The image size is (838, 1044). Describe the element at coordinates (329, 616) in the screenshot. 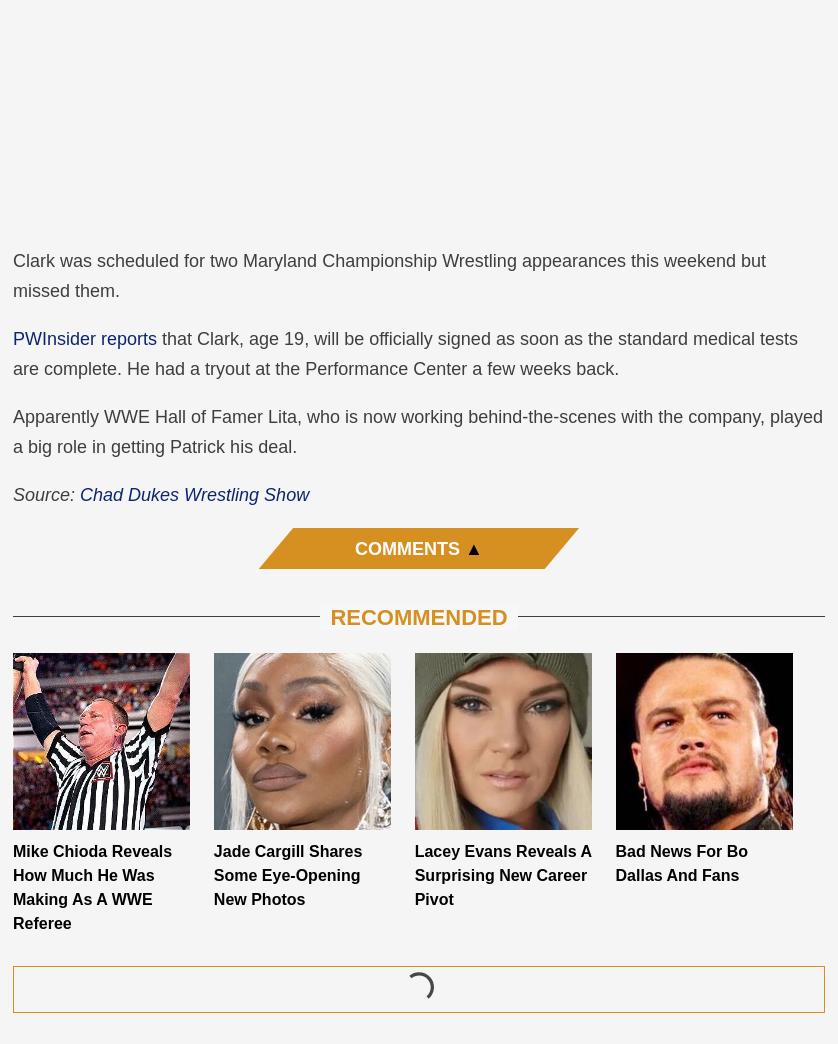

I see `'Recommended'` at that location.